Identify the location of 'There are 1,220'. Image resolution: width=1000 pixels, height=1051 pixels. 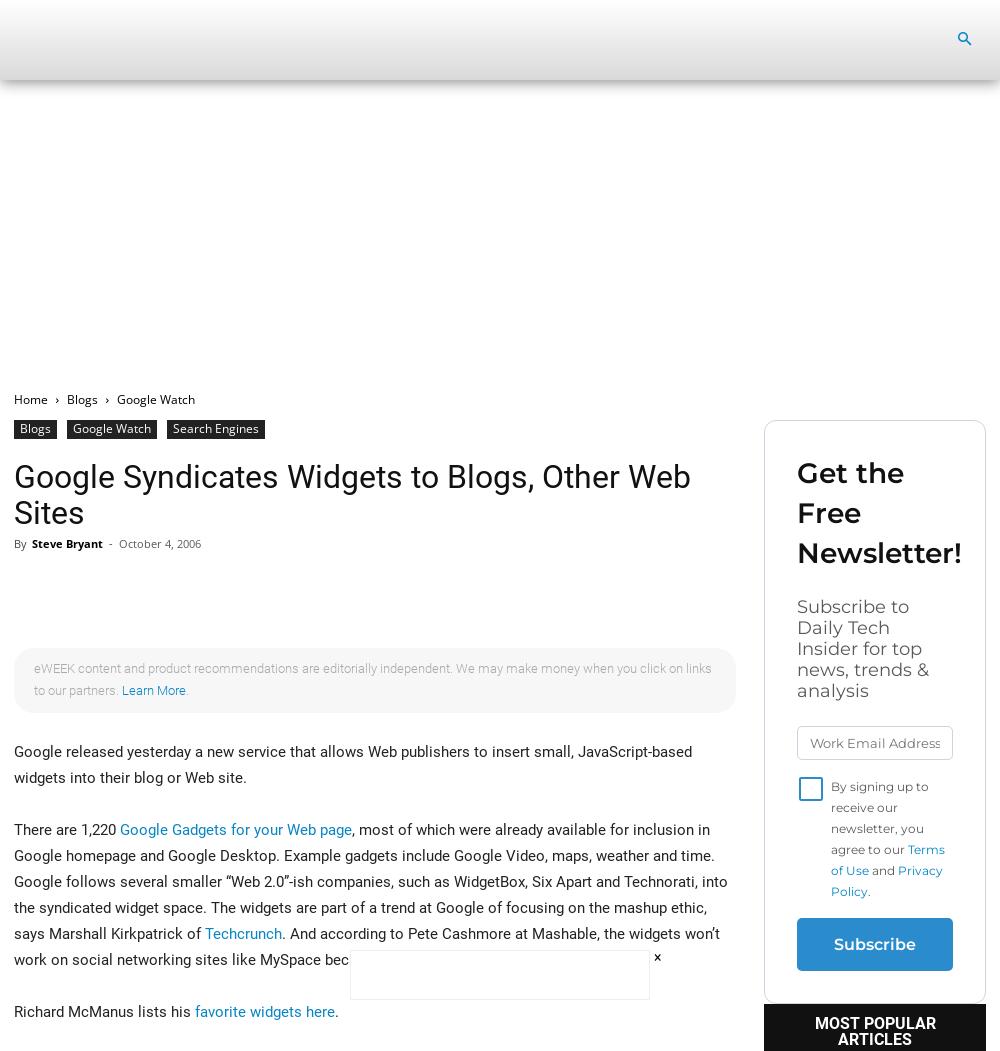
(66, 829).